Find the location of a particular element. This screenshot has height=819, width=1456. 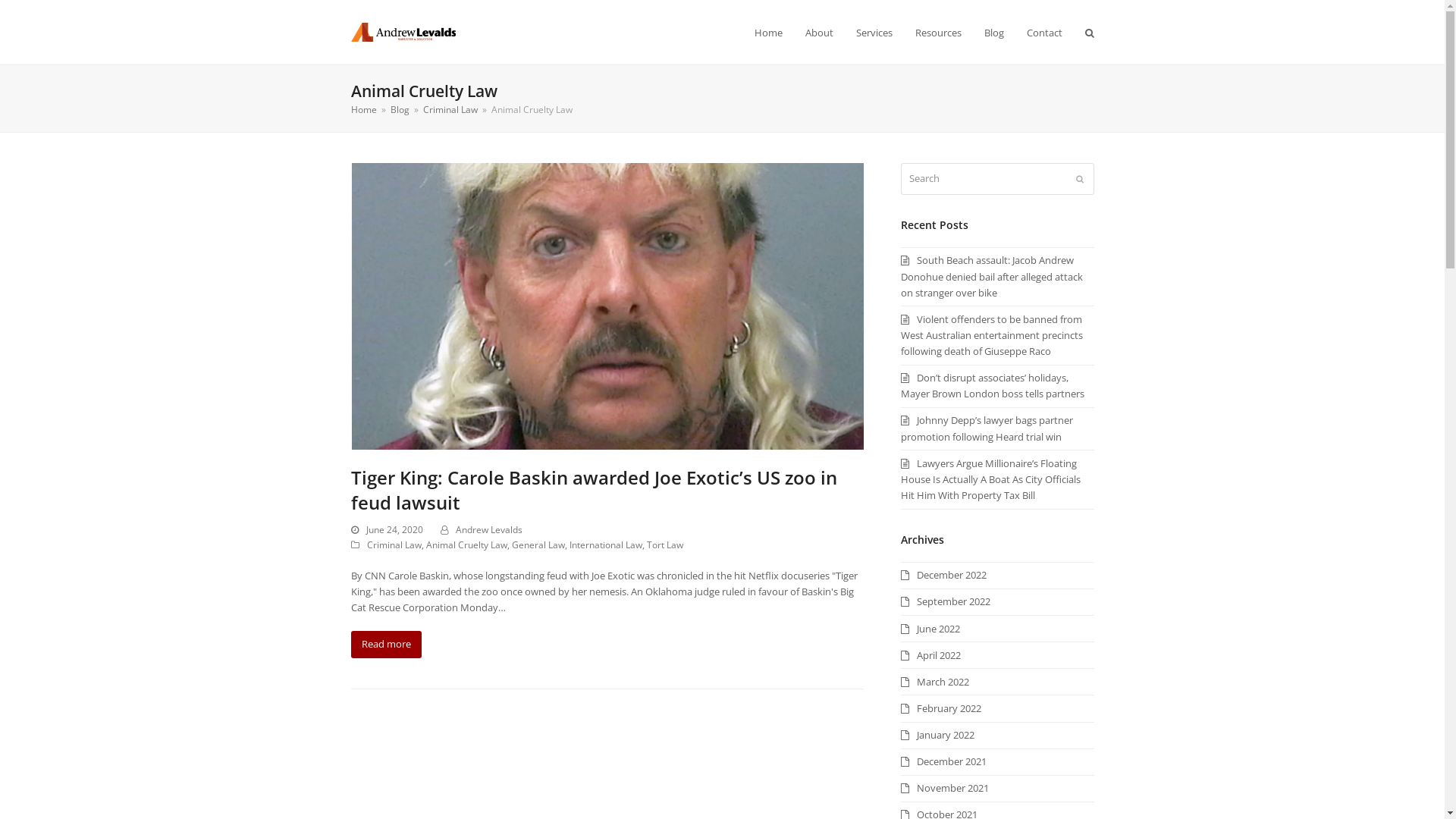

'Blog' is located at coordinates (993, 32).